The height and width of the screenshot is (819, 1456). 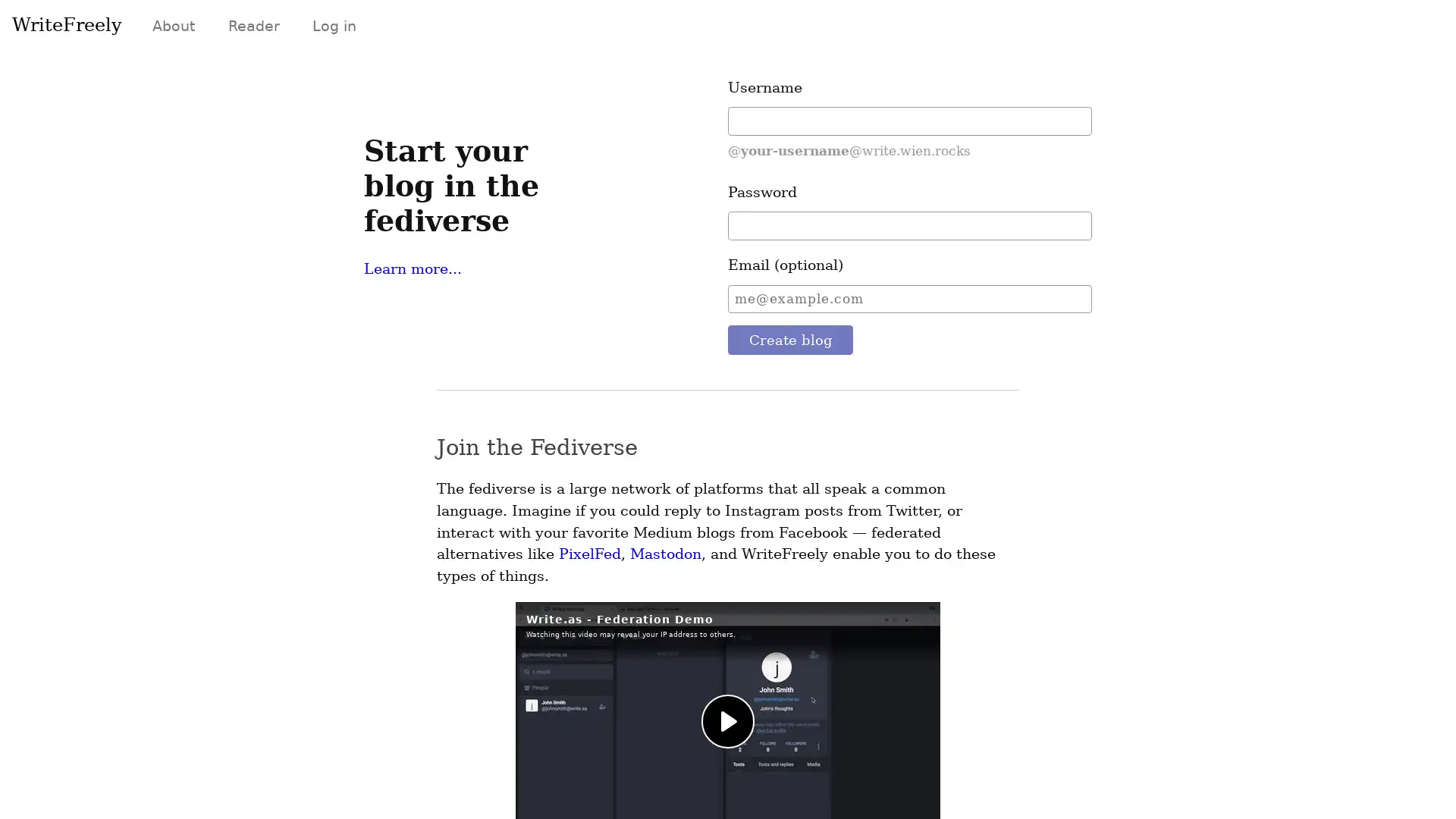 I want to click on Create blog, so click(x=791, y=341).